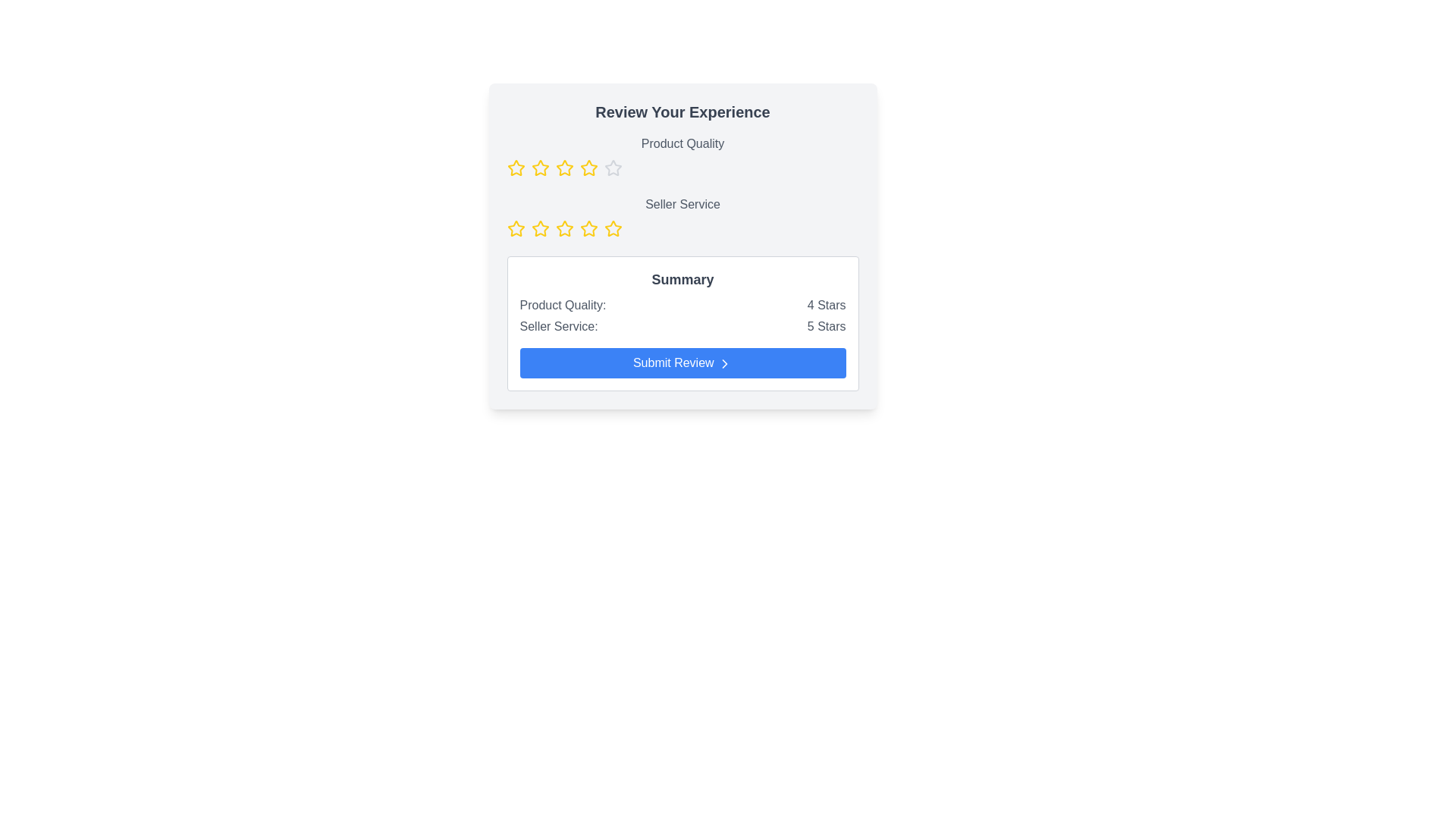 This screenshot has height=819, width=1456. I want to click on the star icon in the 'Seller Service' rating component to provide a rating, so click(682, 216).